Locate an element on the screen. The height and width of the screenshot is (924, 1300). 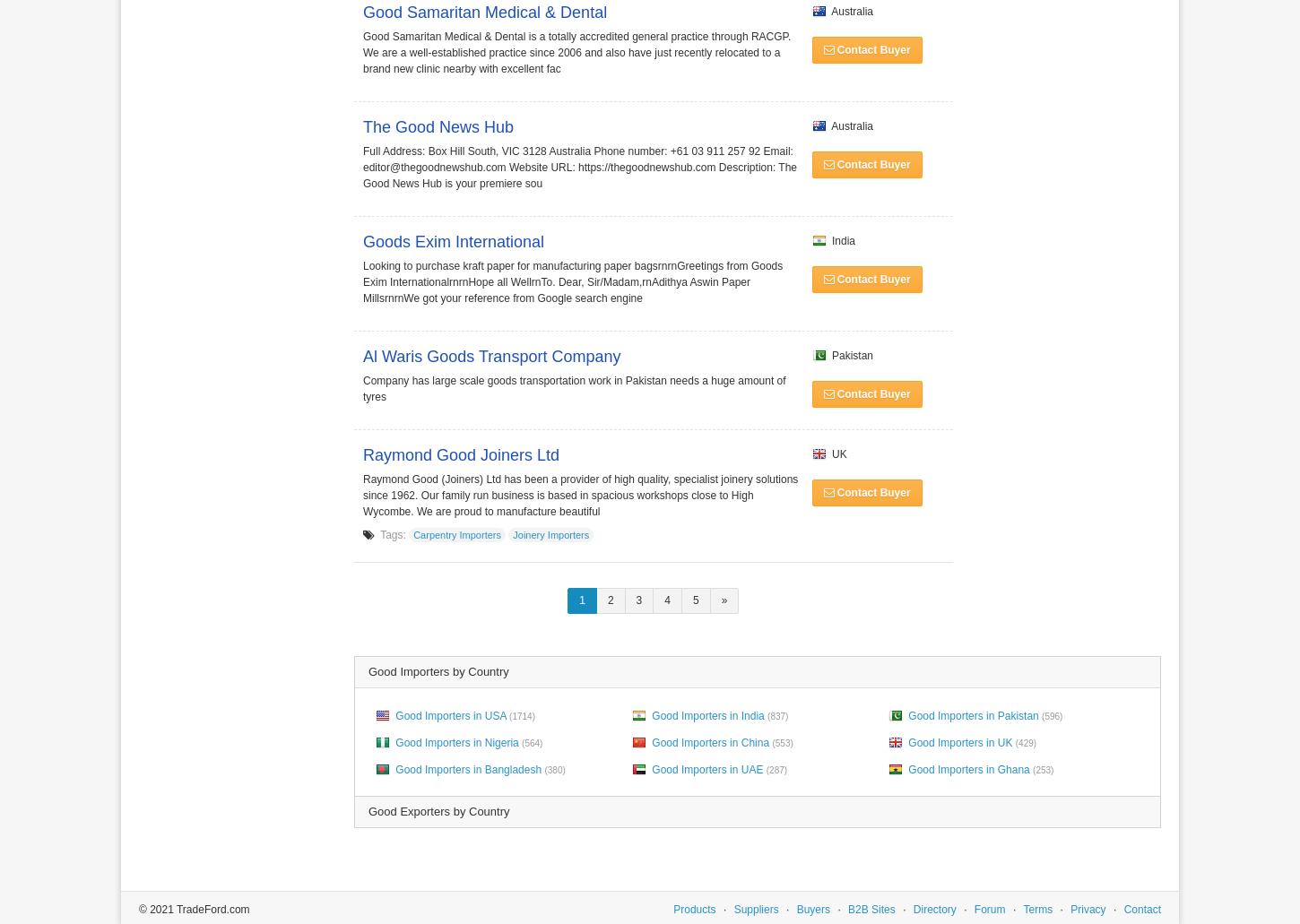
'(553)' is located at coordinates (771, 742).